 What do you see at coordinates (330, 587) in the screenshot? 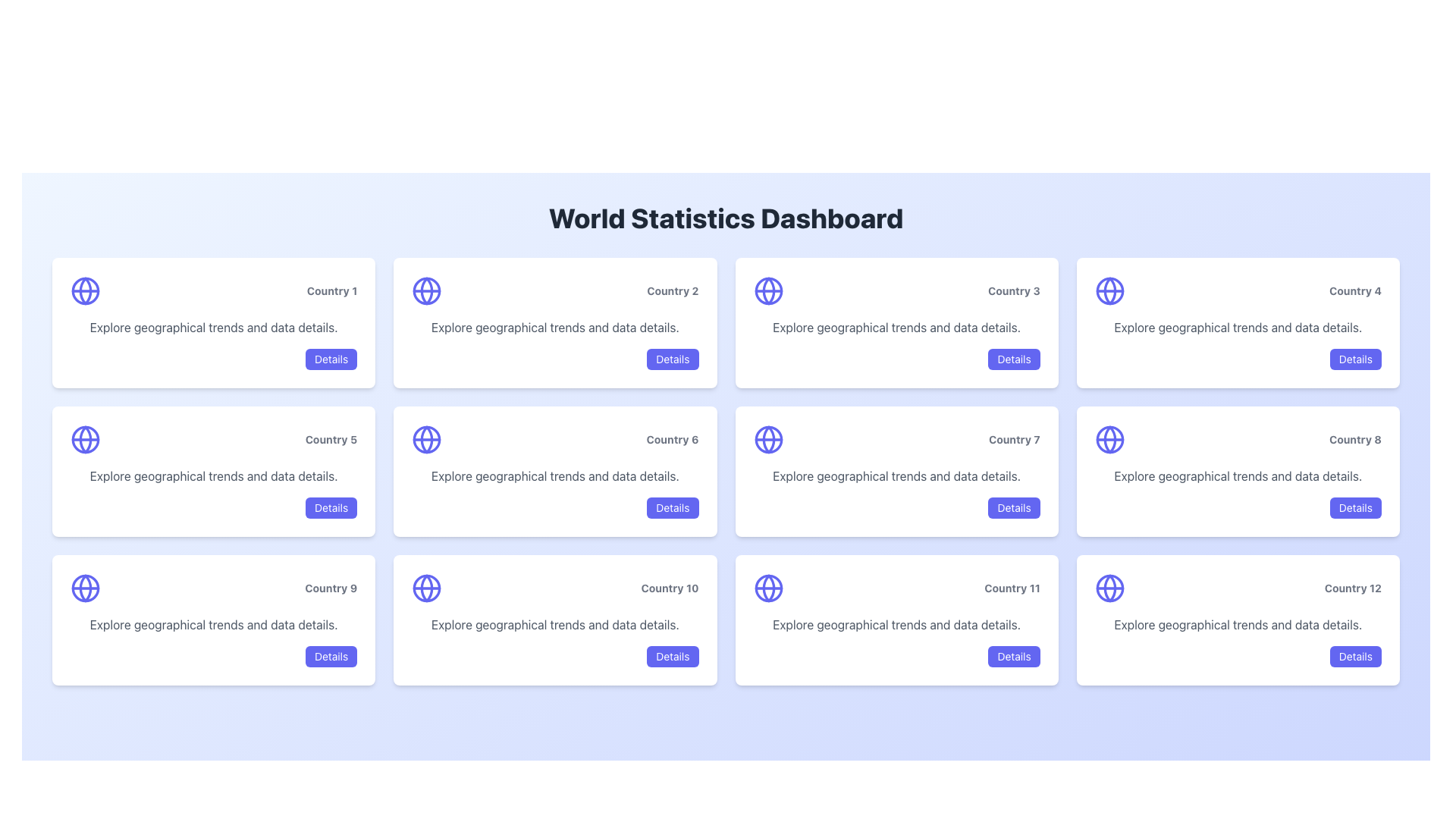
I see `the text label displaying 'Country 9', which is styled in a smaller bold gray font and located in the bottom-left card of a 3x4 grid layout` at bounding box center [330, 587].